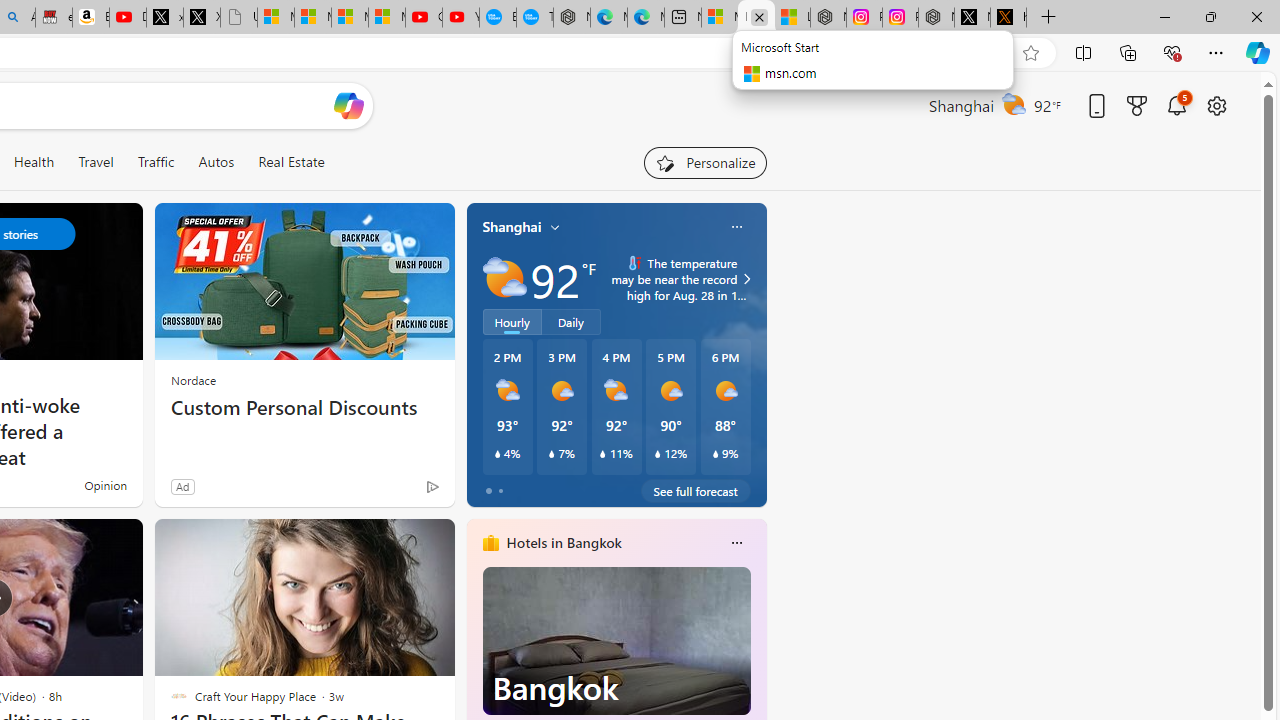  I want to click on 'Traffic', so click(155, 161).